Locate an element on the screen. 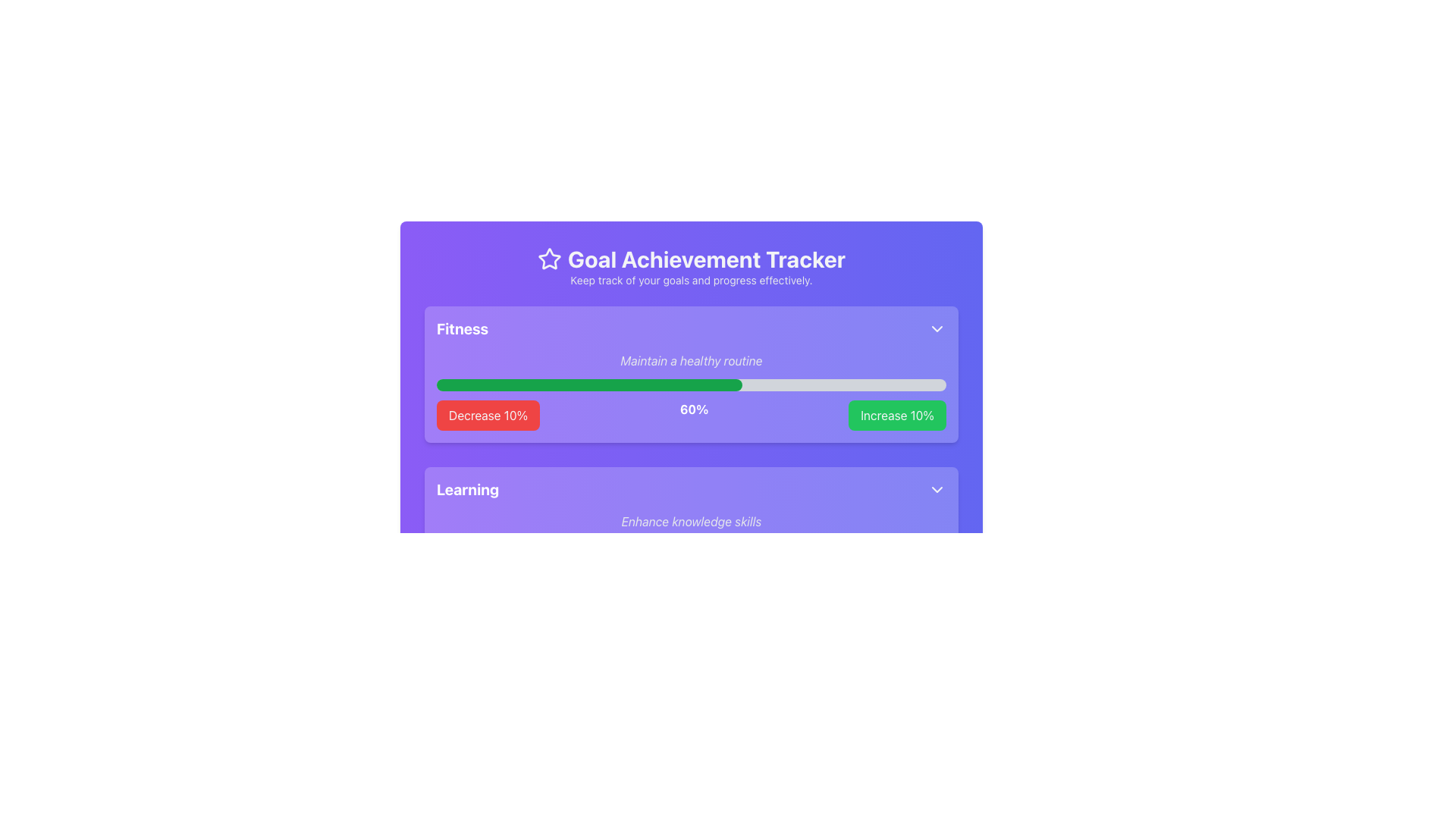 The height and width of the screenshot is (819, 1456). the Progress Bar located centrally within the 'Fitness' card, positioned below 'Maintain a healthy routine' and above the controls 'Decrease 10%' and 'Increase 10% is located at coordinates (691, 384).